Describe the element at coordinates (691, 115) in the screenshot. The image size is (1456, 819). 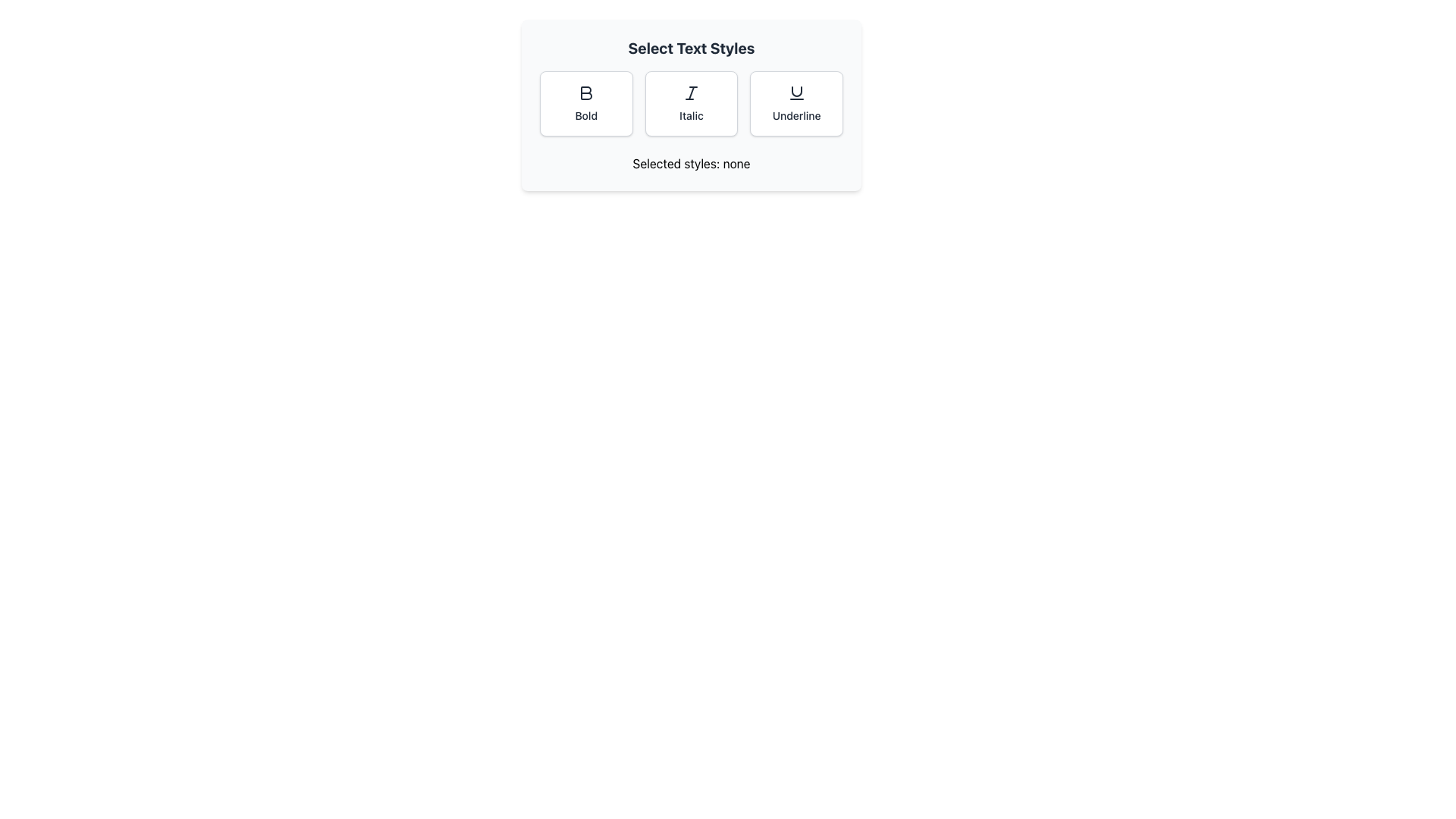
I see `the text element reading 'Italic', which is styled in a regular font and located beneath the italicized 'I' icon within a rounded white box` at that location.